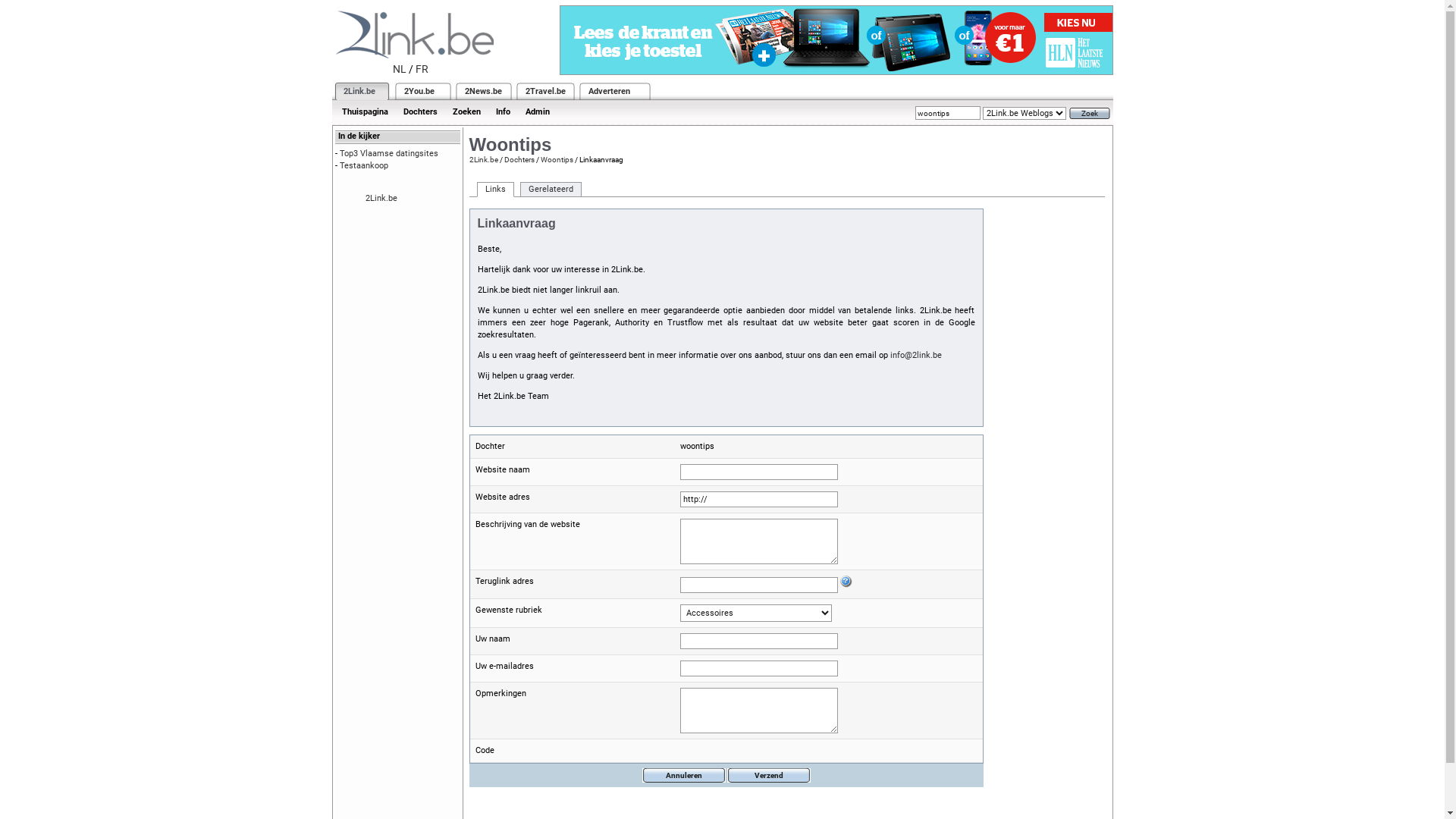  I want to click on '2Travel.be', so click(544, 91).